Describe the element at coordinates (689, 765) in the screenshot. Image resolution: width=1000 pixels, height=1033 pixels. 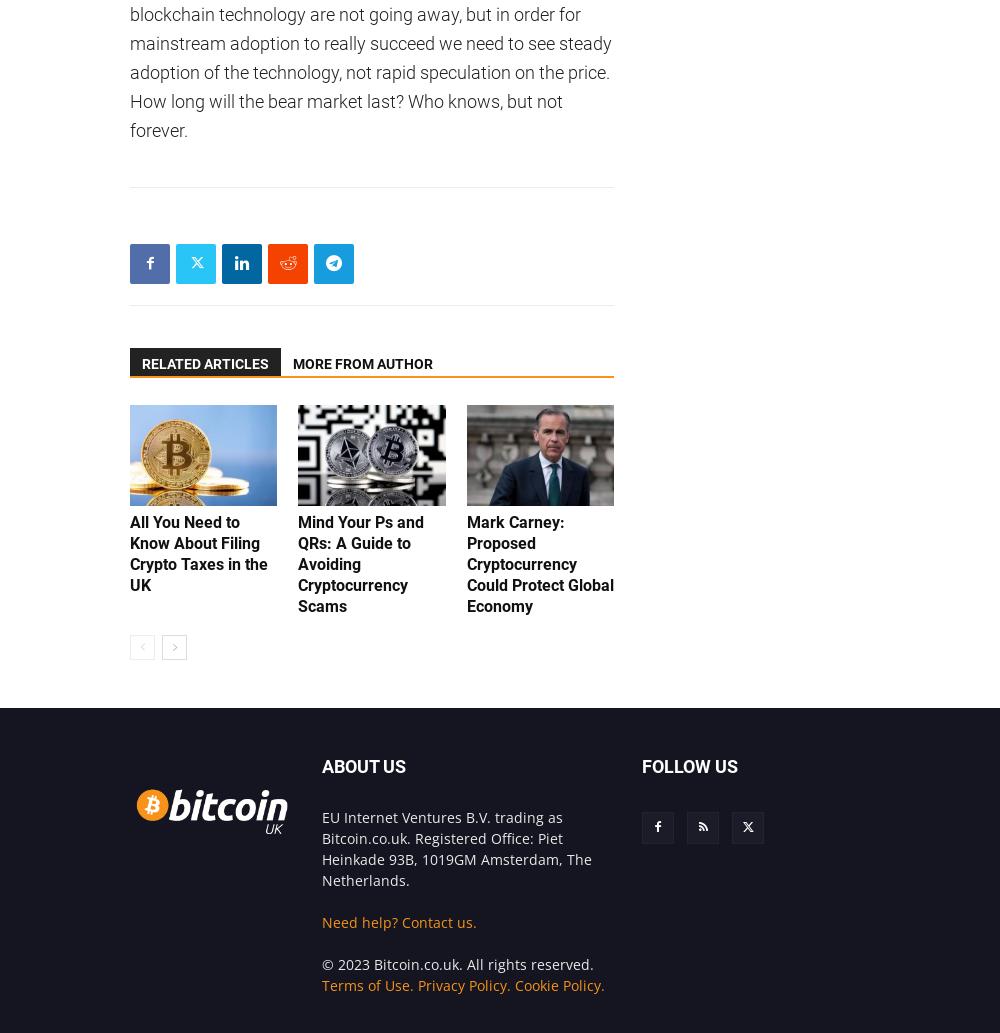
I see `'FOLLOW US'` at that location.